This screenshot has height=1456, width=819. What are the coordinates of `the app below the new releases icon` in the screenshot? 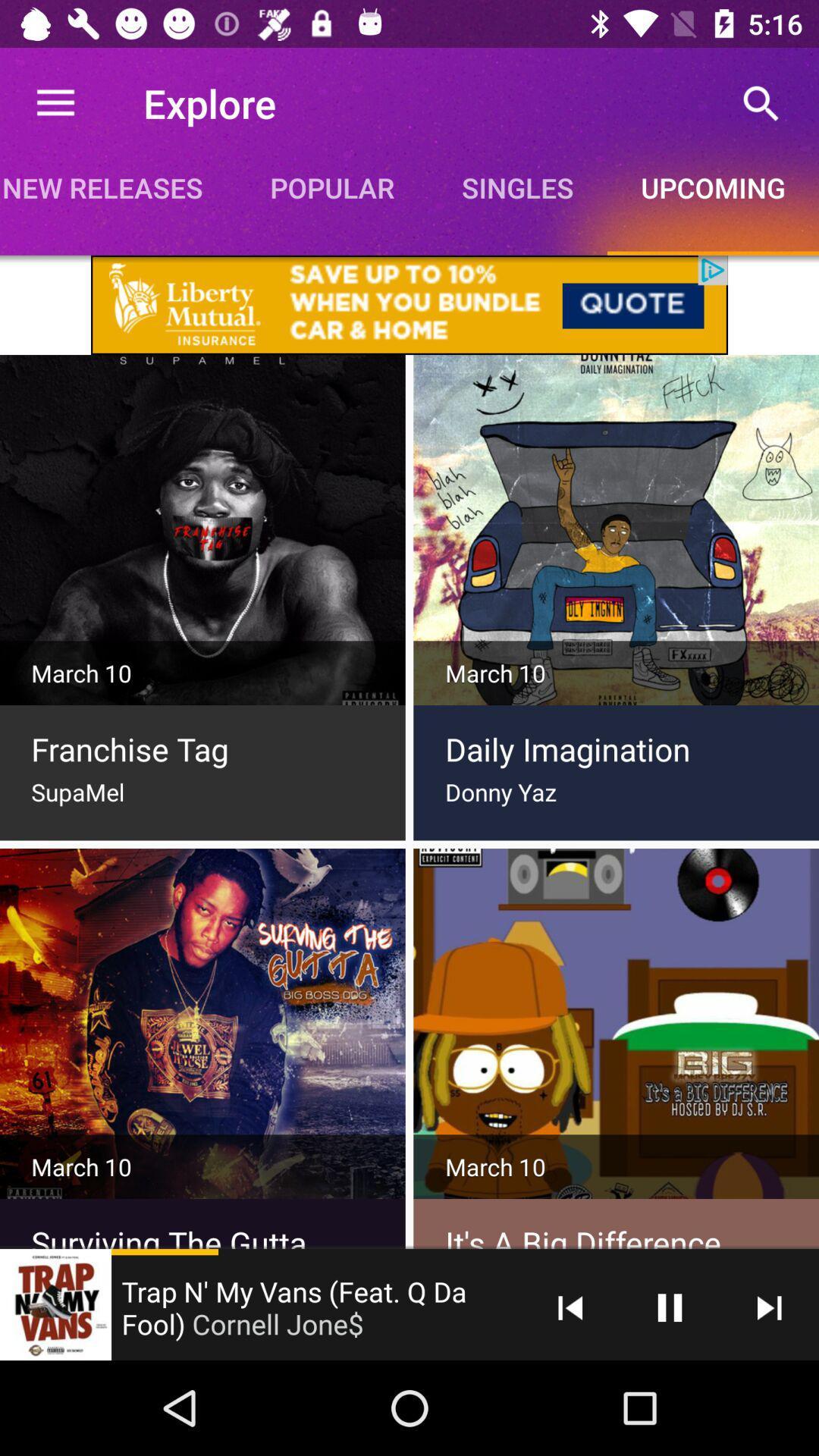 It's located at (409, 304).